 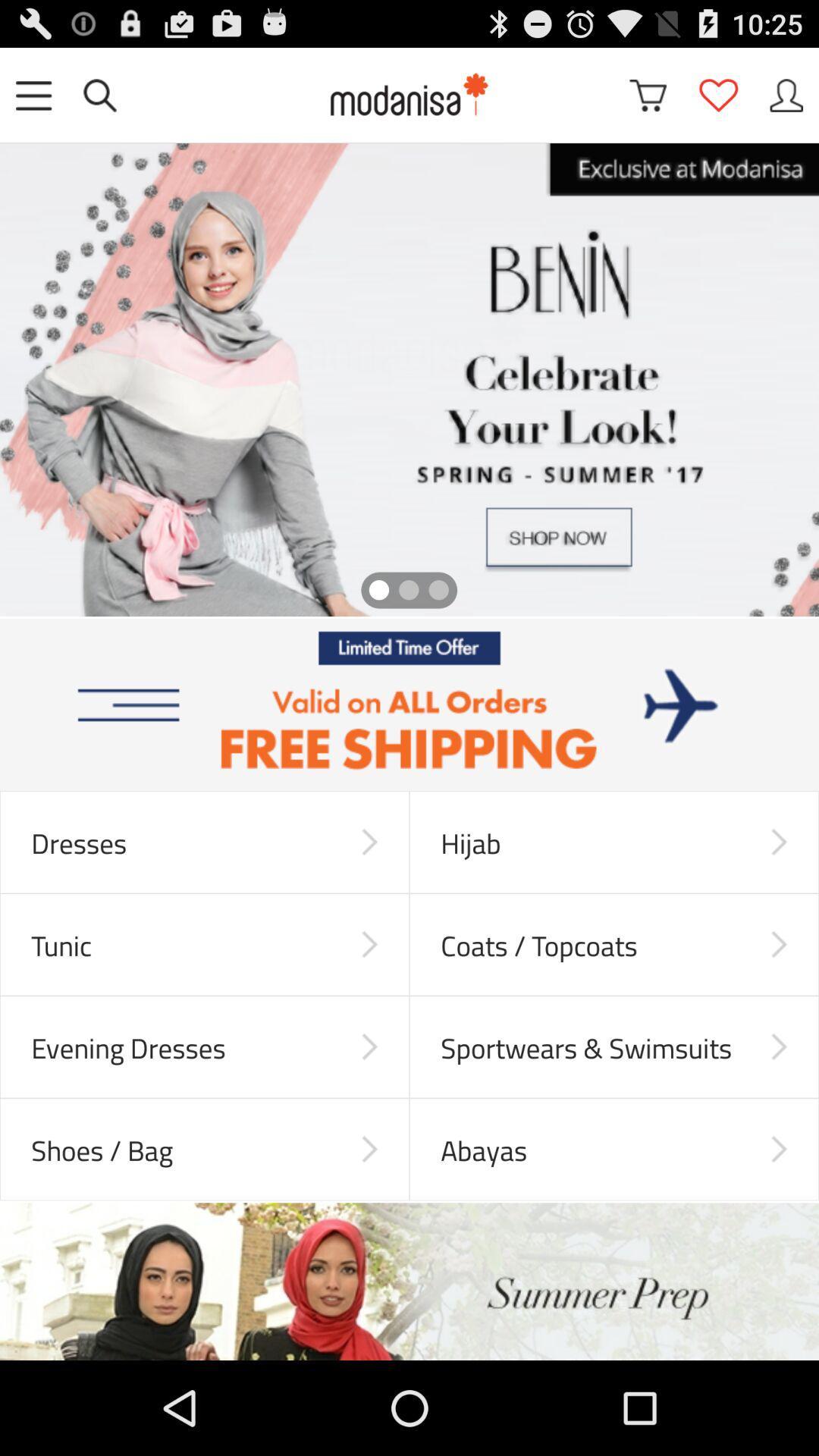 I want to click on to cart, so click(x=648, y=94).